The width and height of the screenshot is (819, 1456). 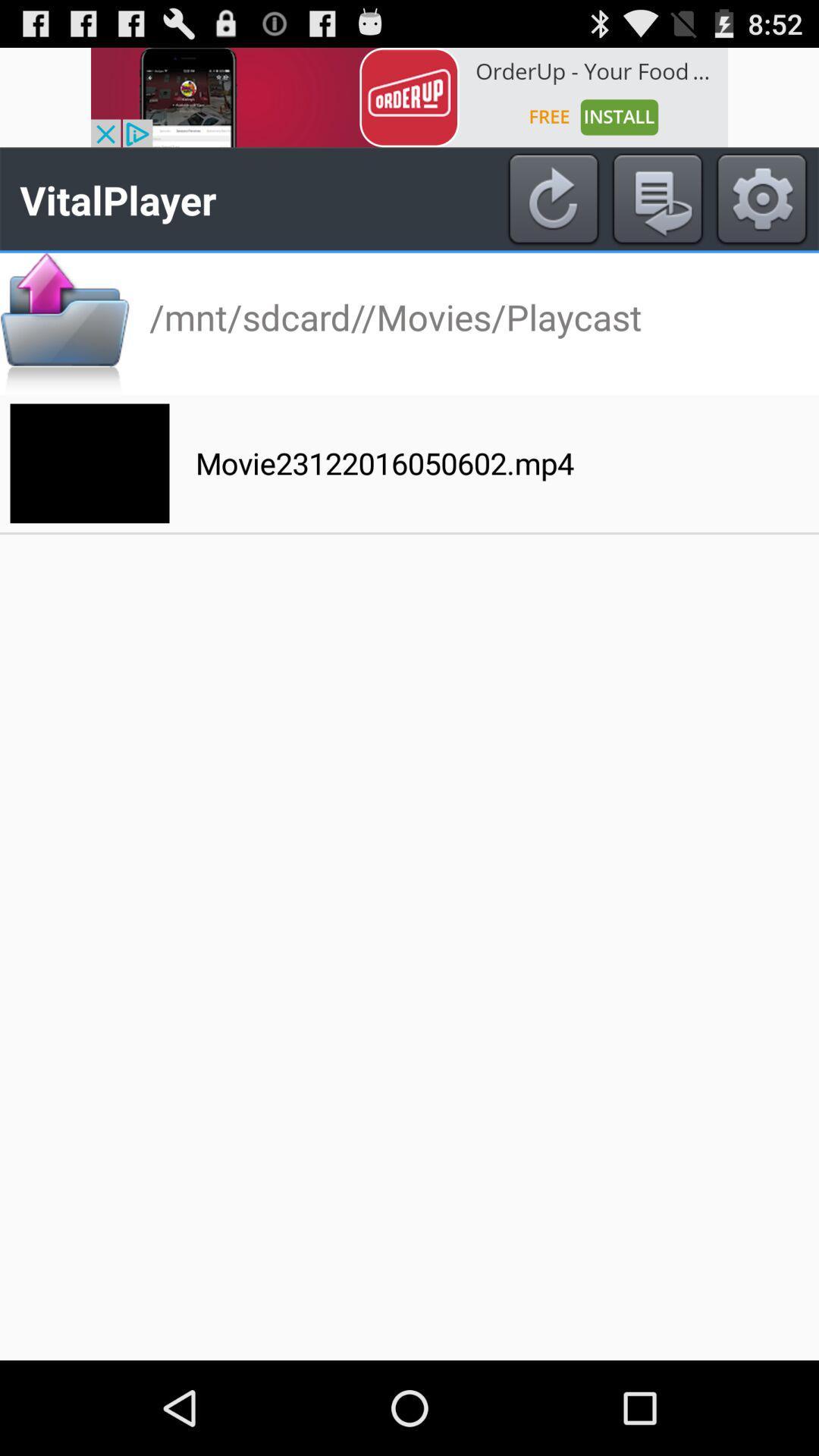 I want to click on autoplay option, so click(x=657, y=199).